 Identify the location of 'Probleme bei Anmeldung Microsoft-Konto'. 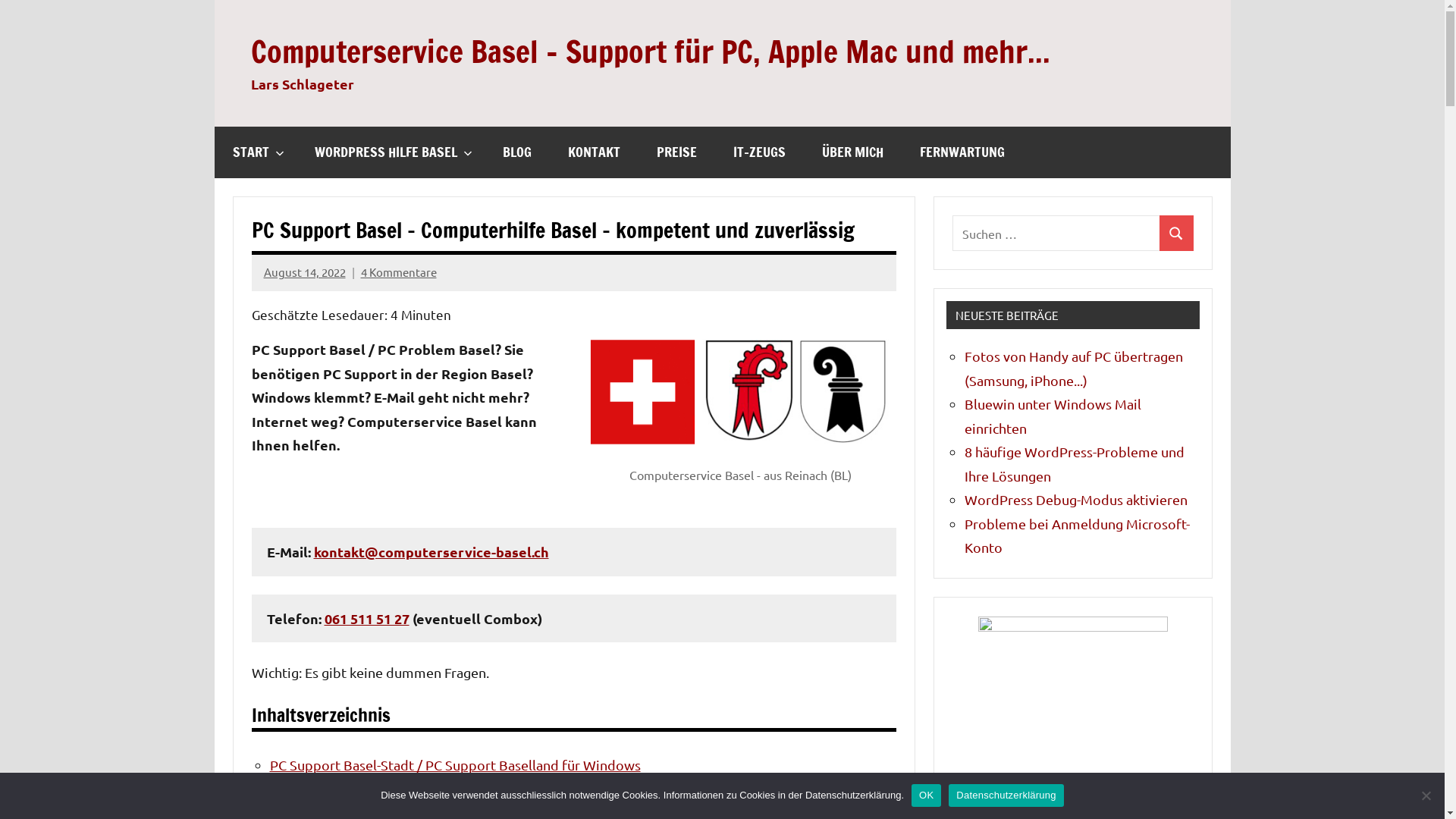
(1076, 535).